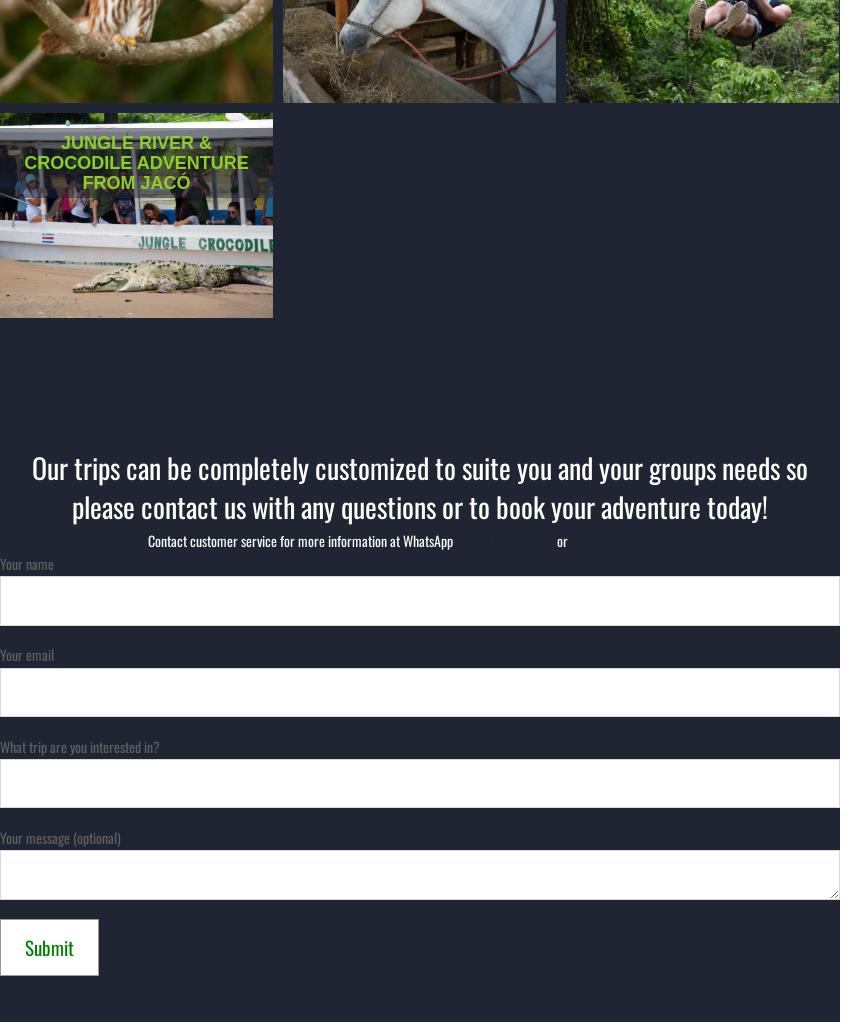  Describe the element at coordinates (561, 539) in the screenshot. I see `'or'` at that location.